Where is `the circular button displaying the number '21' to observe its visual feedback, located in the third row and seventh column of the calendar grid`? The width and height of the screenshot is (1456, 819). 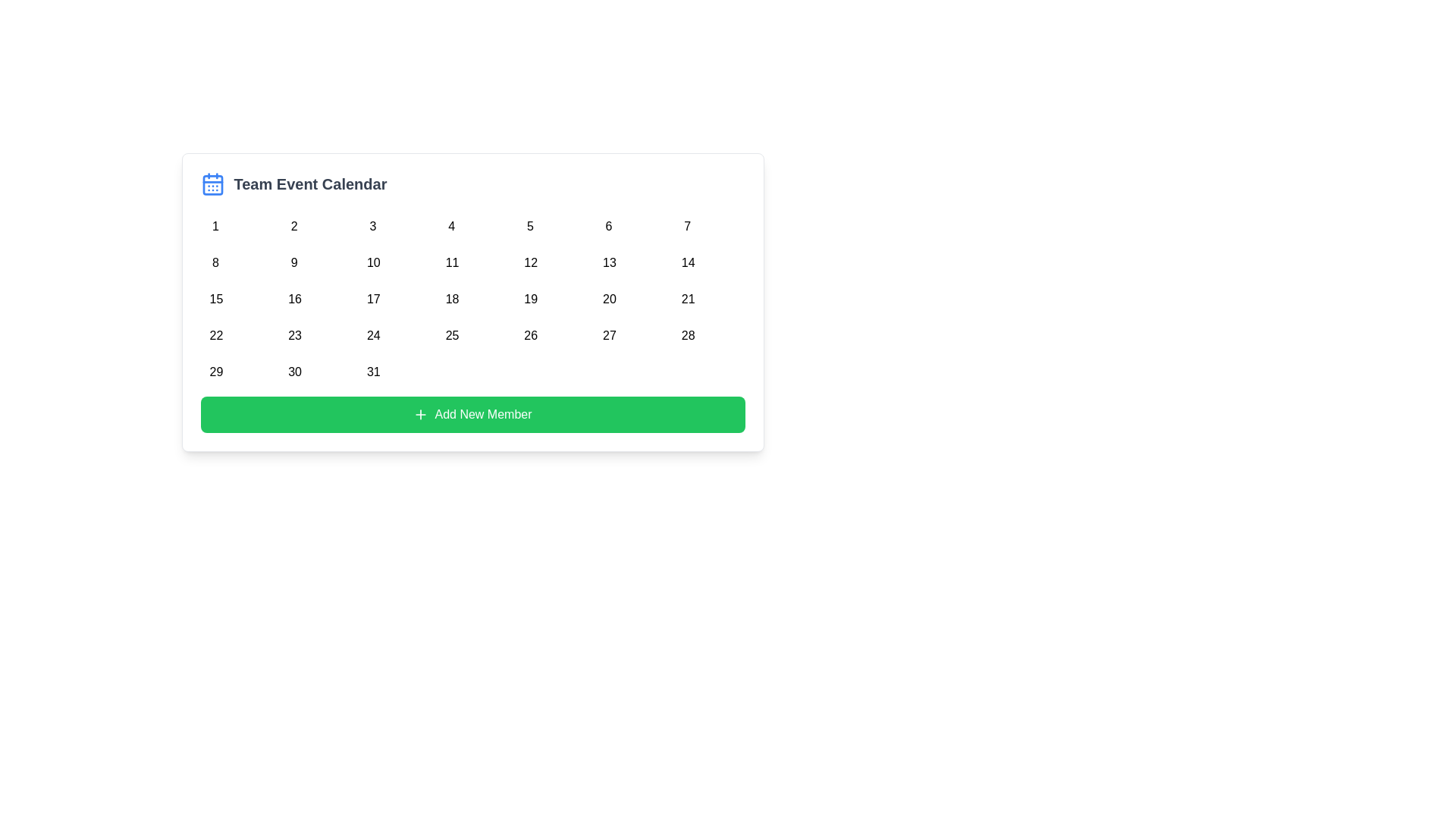 the circular button displaying the number '21' to observe its visual feedback, located in the third row and seventh column of the calendar grid is located at coordinates (686, 296).